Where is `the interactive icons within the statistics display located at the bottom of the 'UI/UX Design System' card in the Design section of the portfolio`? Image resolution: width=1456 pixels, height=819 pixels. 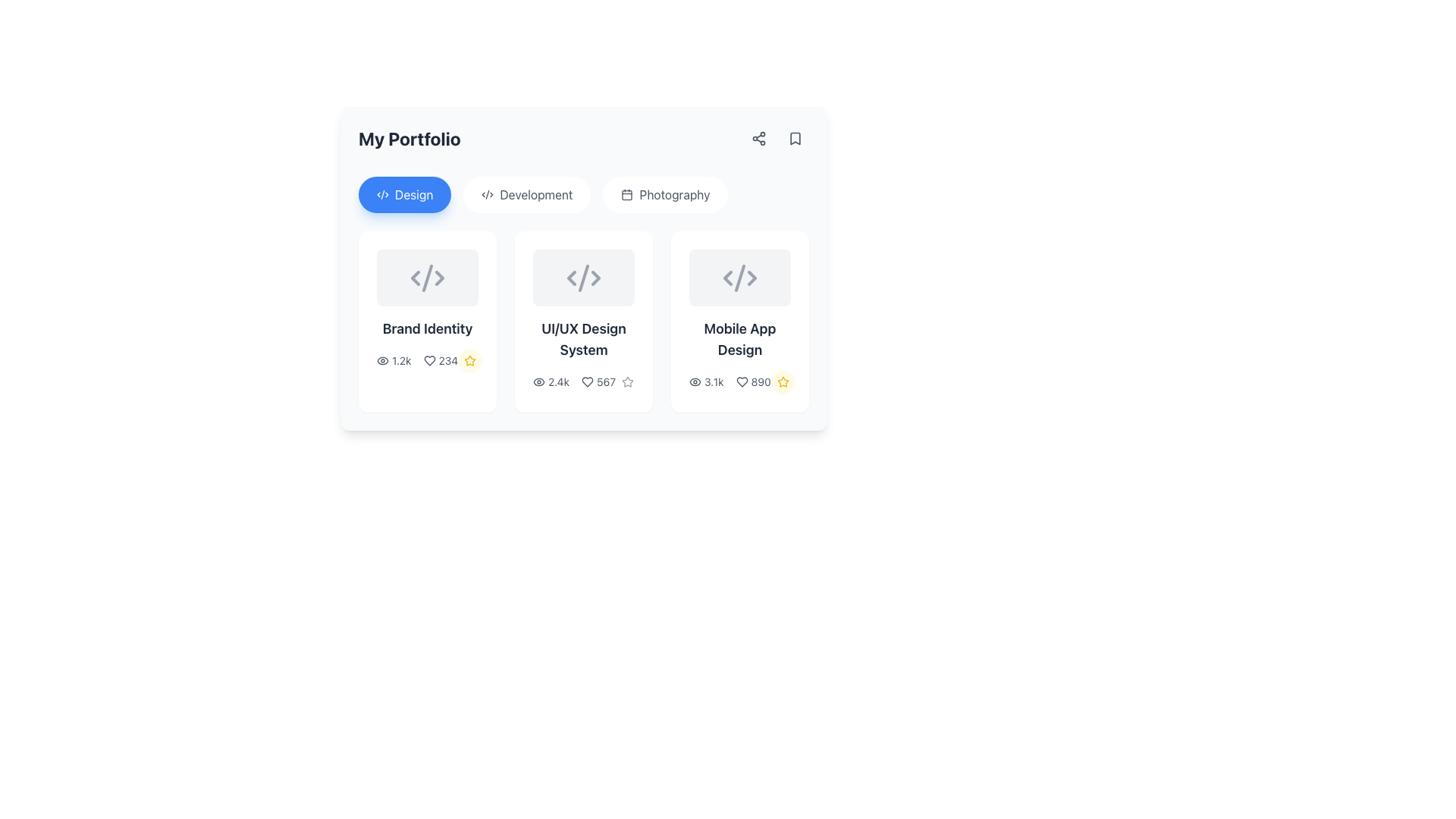 the interactive icons within the statistics display located at the bottom of the 'UI/UX Design System' card in the Design section of the portfolio is located at coordinates (573, 381).